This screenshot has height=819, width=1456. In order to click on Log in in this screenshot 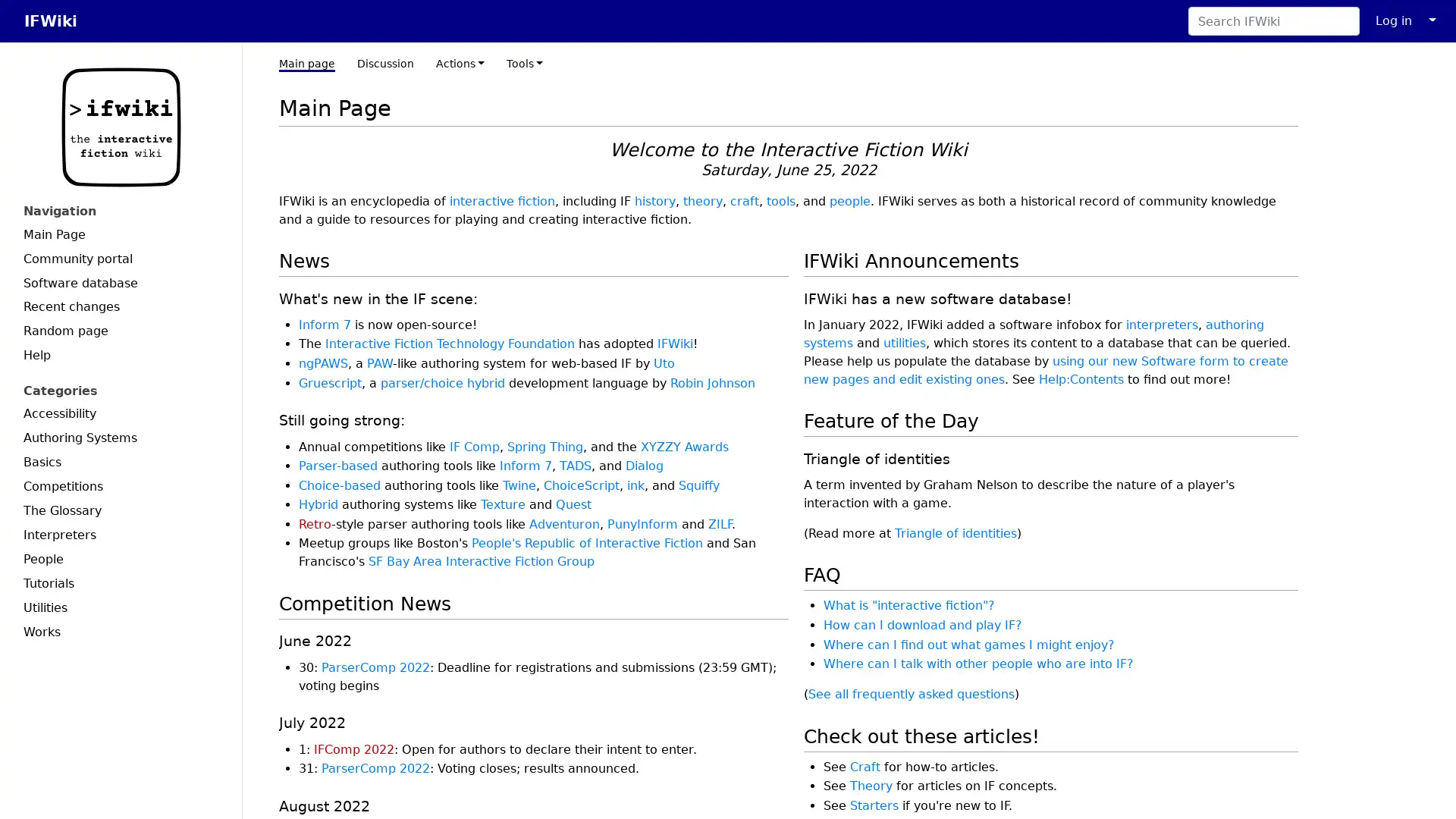, I will do `click(1394, 20)`.